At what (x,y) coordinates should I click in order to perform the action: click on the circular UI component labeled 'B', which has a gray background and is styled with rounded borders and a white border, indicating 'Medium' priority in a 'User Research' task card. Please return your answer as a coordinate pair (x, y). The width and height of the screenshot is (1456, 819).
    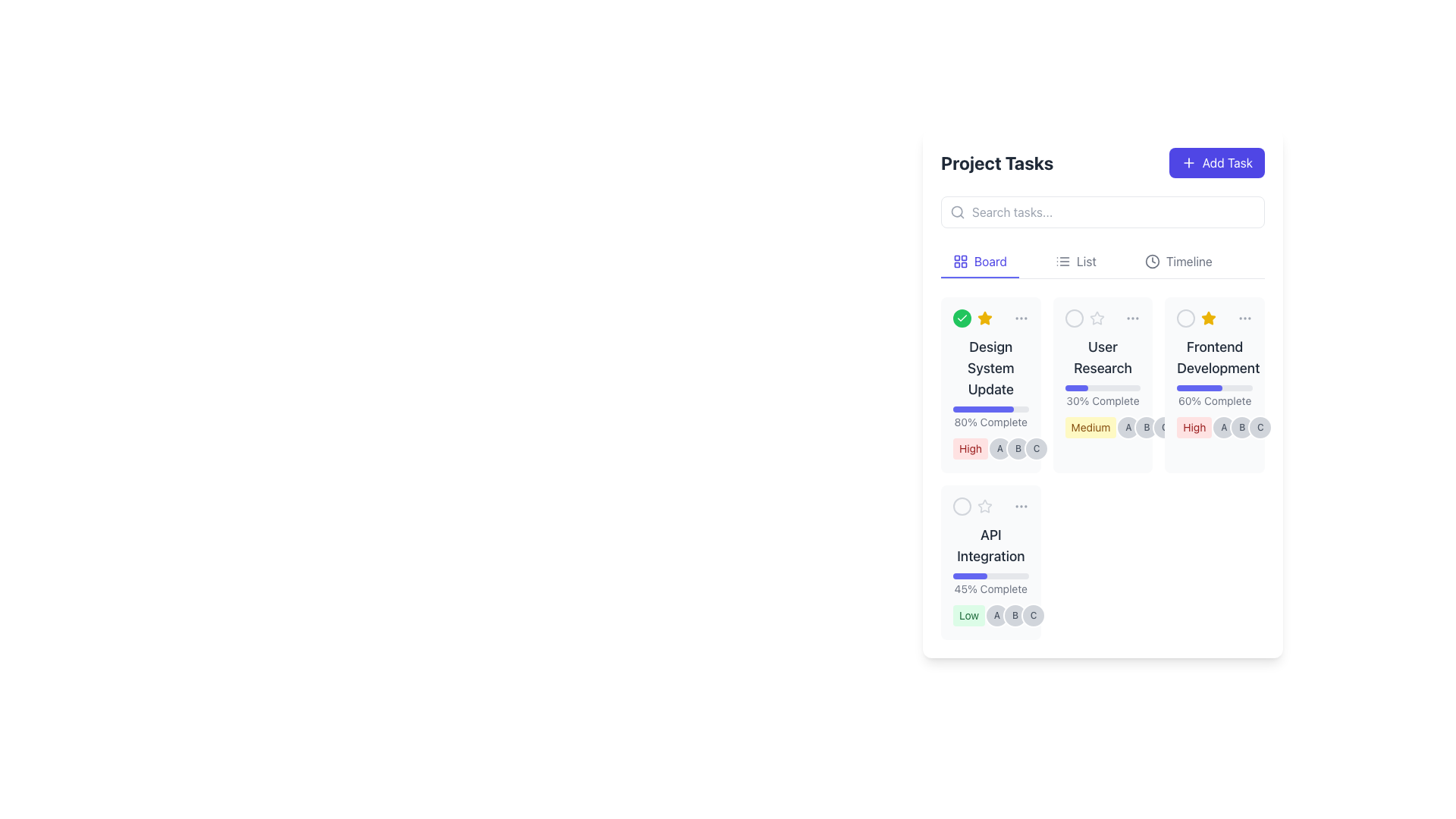
    Looking at the image, I should click on (1147, 427).